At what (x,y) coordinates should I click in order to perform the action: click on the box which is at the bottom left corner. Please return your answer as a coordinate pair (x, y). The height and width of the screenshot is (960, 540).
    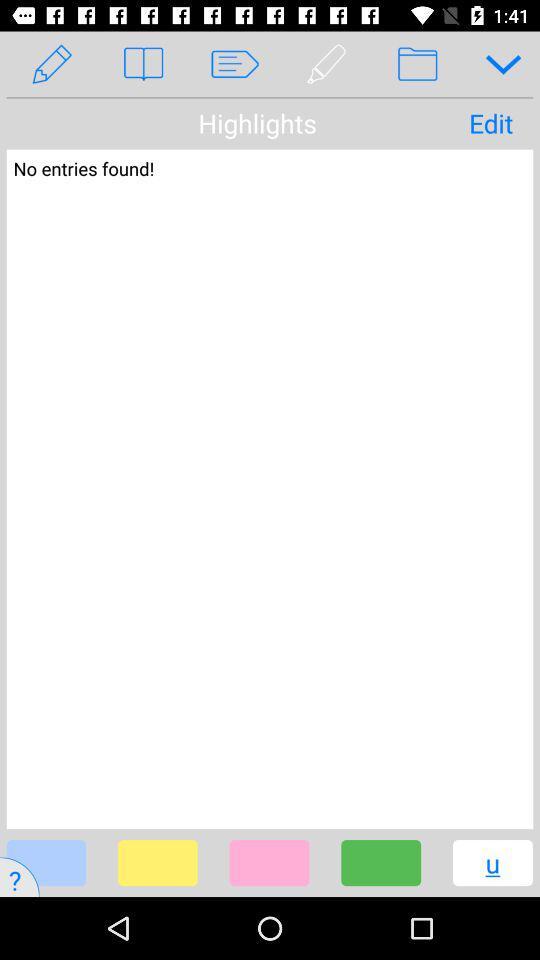
    Looking at the image, I should click on (46, 862).